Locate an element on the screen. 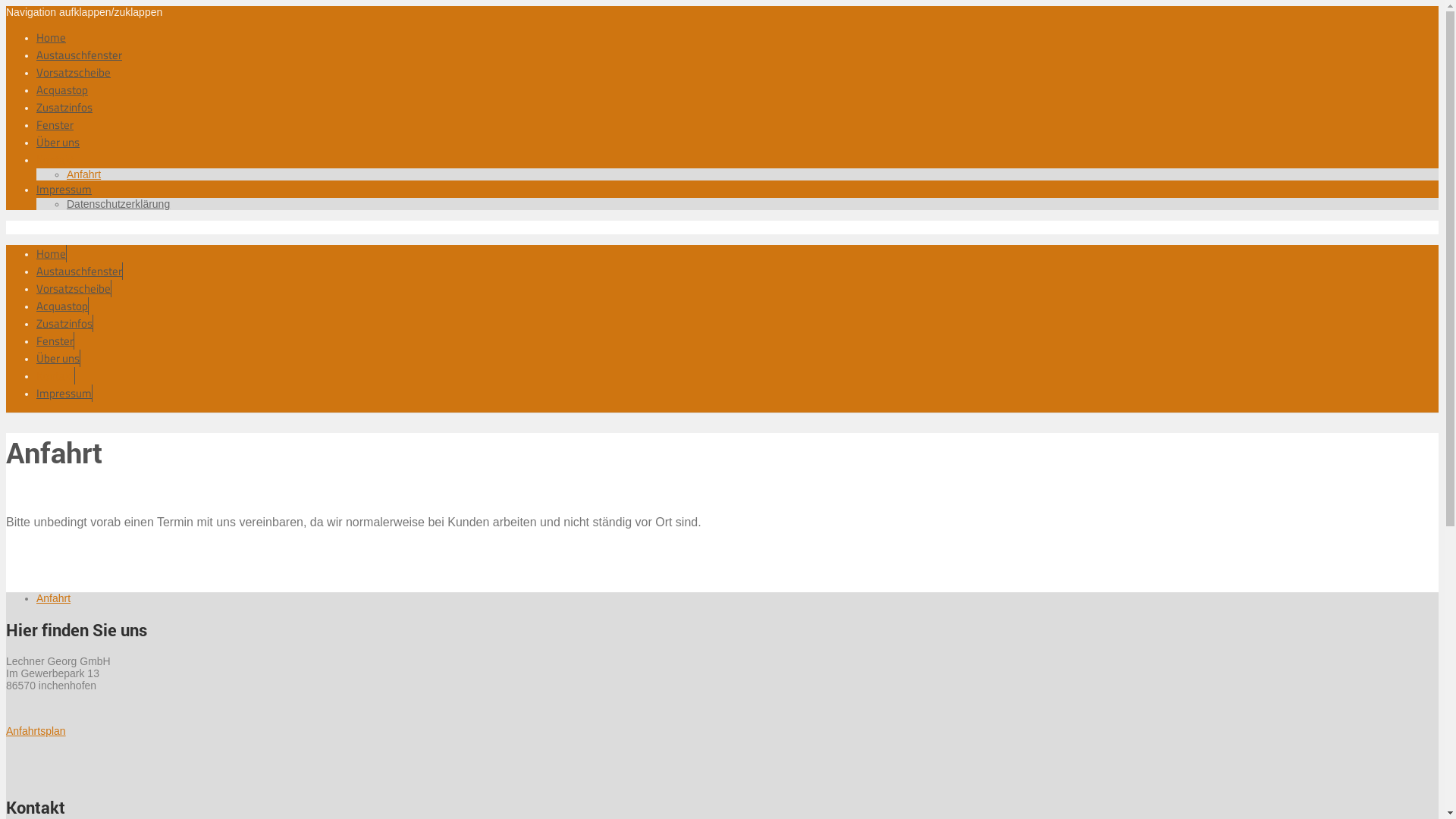 Image resolution: width=1456 pixels, height=819 pixels. 'Home' is located at coordinates (36, 253).